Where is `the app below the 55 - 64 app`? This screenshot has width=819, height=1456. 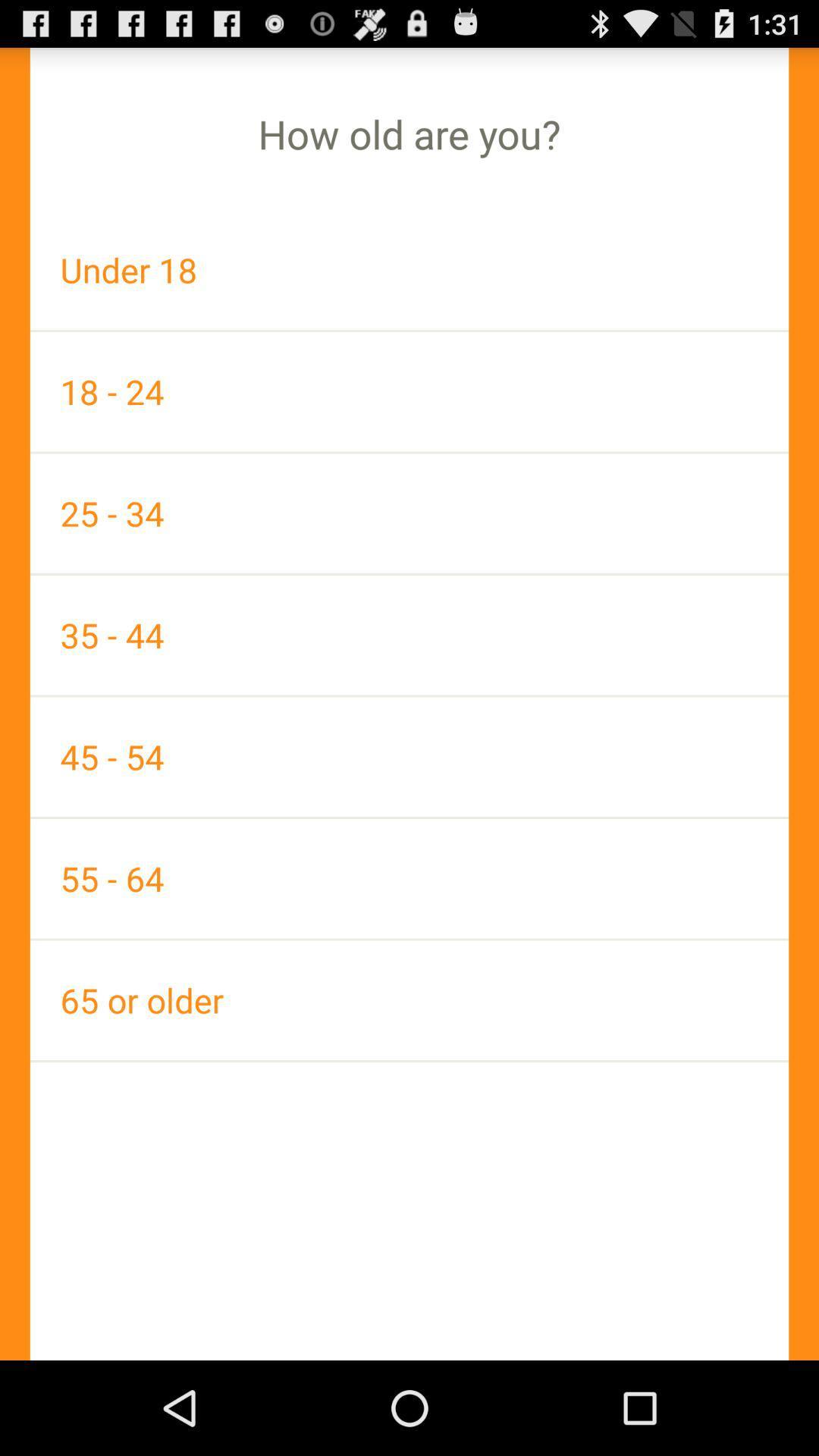
the app below the 55 - 64 app is located at coordinates (409, 1000).